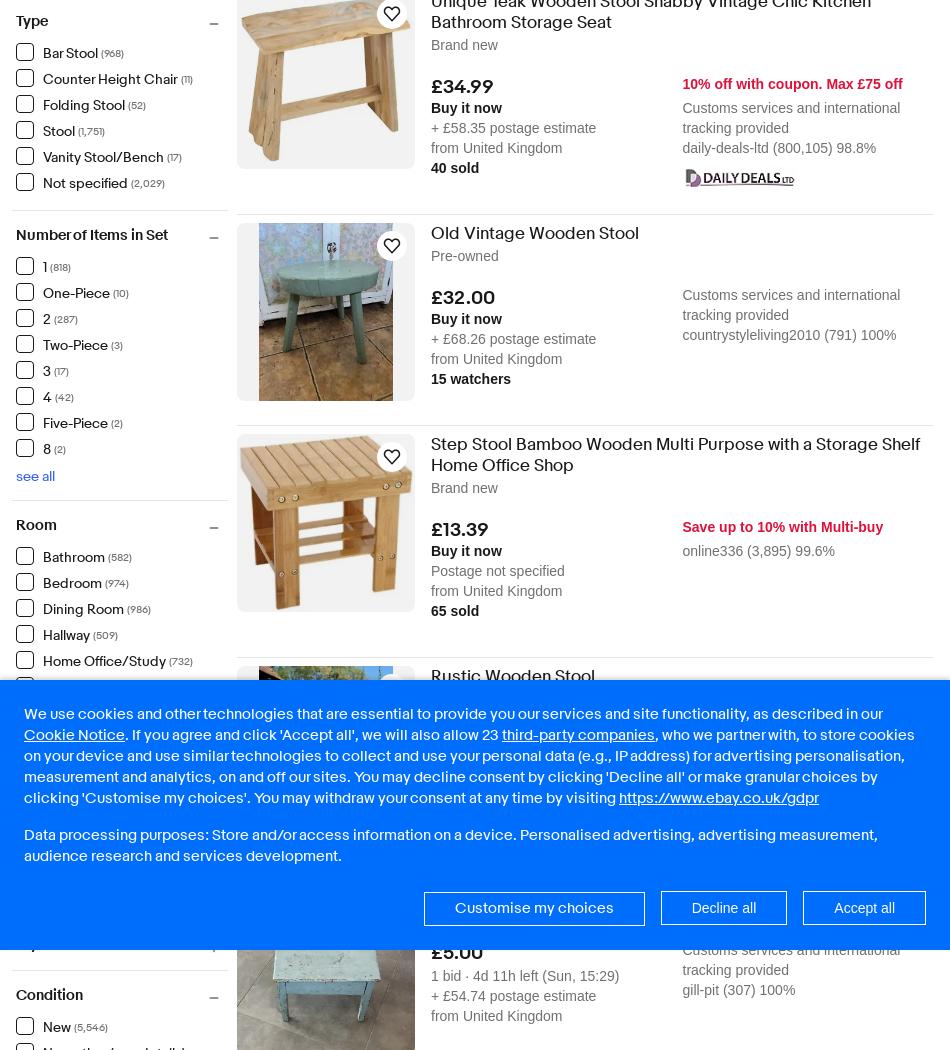 This screenshot has height=1050, width=950. What do you see at coordinates (32, 943) in the screenshot?
I see `'Style'` at bounding box center [32, 943].